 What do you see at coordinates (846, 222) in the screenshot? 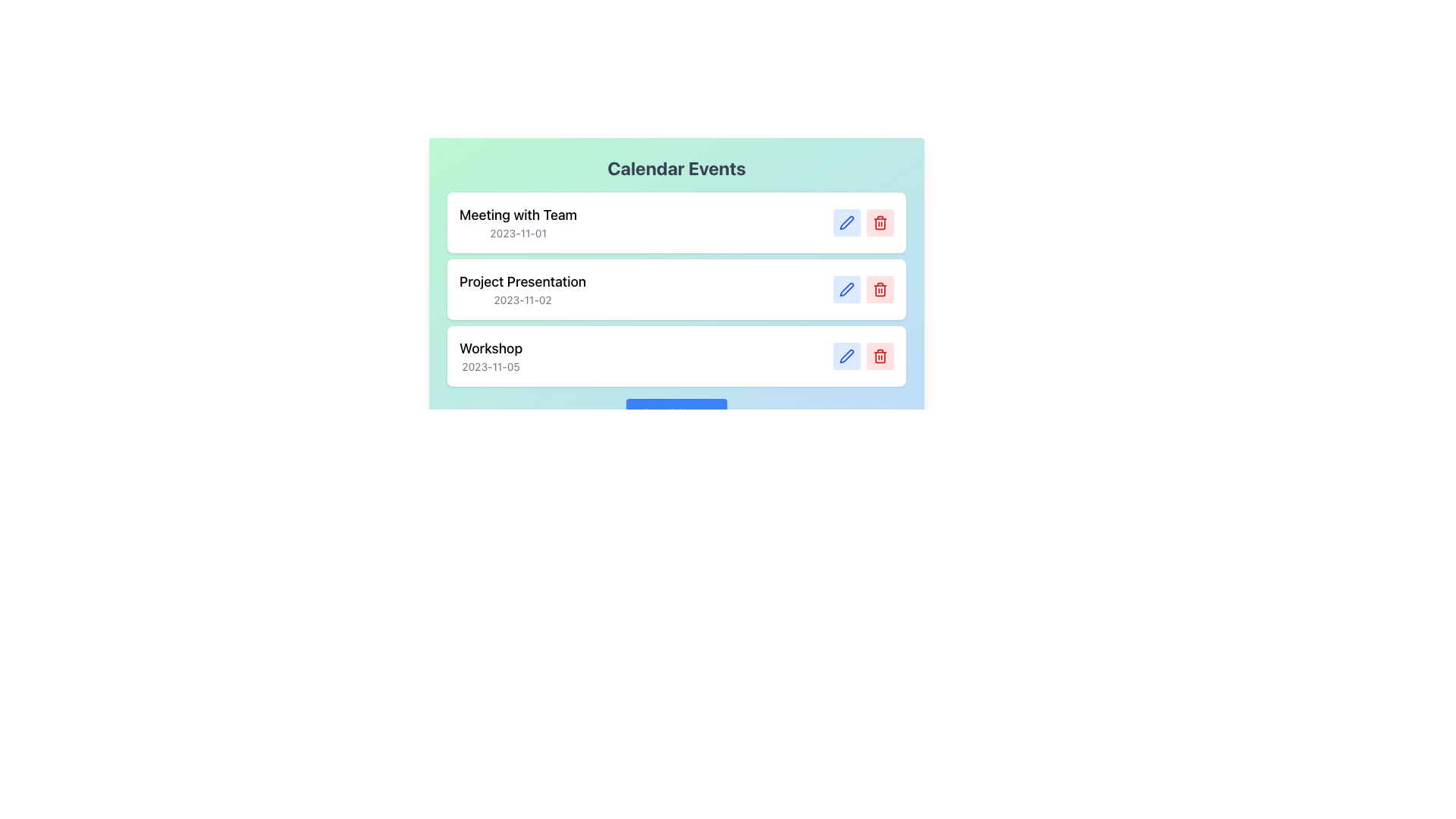
I see `the edit button with a light blue background and pen icon located in the upper right of the 'Meeting with Team' card` at bounding box center [846, 222].